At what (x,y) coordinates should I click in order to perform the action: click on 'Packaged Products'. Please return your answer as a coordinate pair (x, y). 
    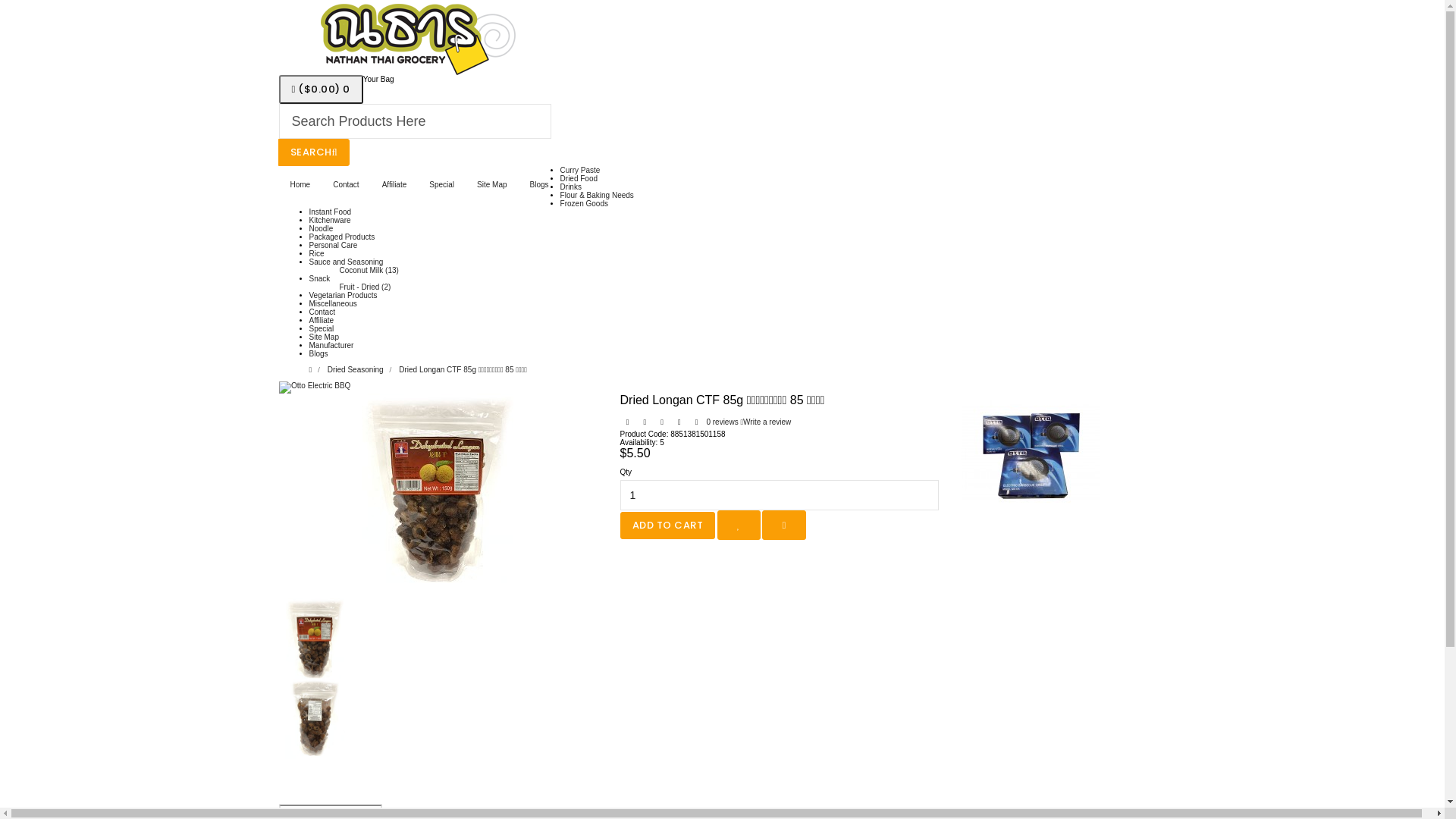
    Looking at the image, I should click on (341, 237).